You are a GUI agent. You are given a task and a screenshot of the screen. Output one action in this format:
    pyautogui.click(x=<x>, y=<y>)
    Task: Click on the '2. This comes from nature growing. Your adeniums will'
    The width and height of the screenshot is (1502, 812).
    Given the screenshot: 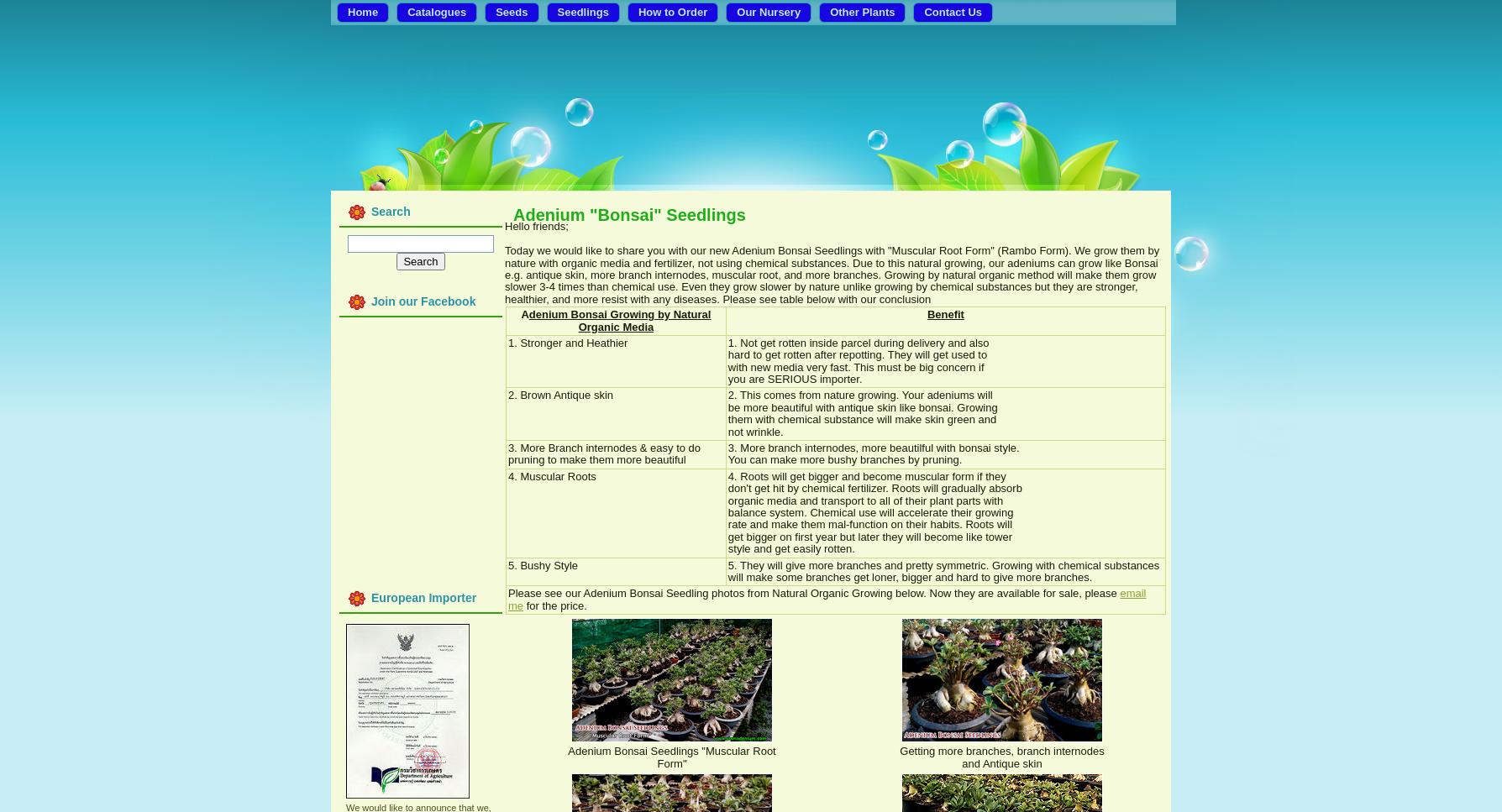 What is the action you would take?
    pyautogui.click(x=859, y=395)
    